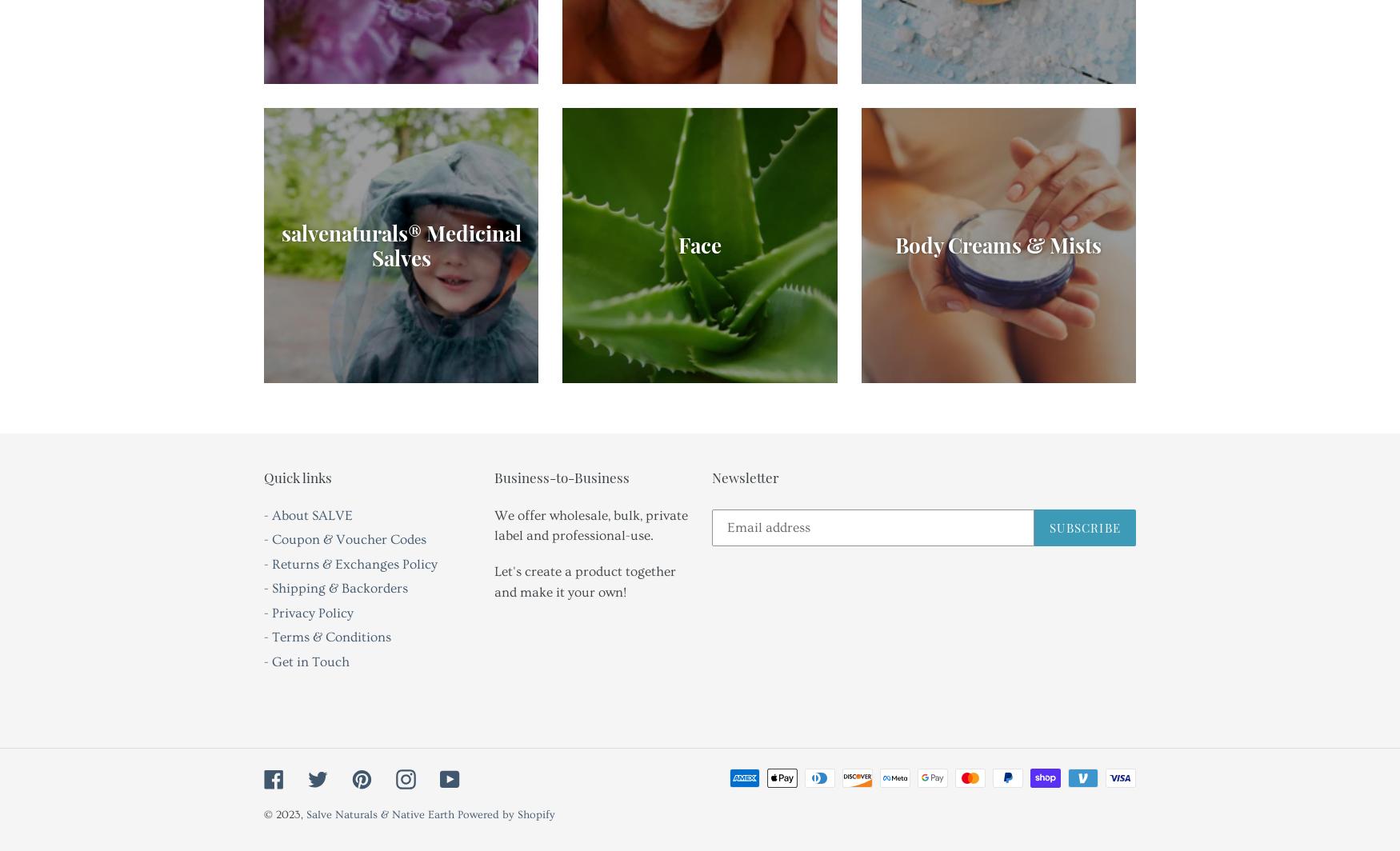 The width and height of the screenshot is (1400, 851). I want to click on 'We offer wholesale, bulk, private label and professional-use.', so click(590, 525).